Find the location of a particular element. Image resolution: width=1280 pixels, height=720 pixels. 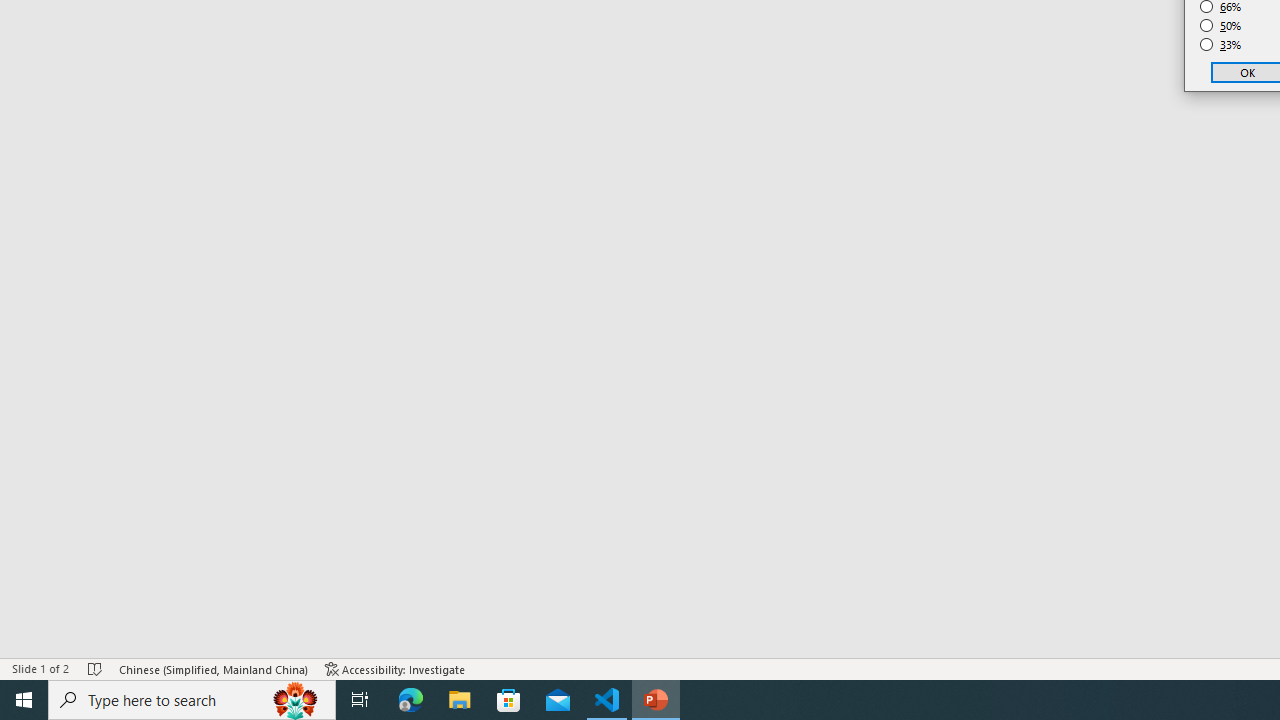

'Microsoft Edge' is located at coordinates (410, 698).